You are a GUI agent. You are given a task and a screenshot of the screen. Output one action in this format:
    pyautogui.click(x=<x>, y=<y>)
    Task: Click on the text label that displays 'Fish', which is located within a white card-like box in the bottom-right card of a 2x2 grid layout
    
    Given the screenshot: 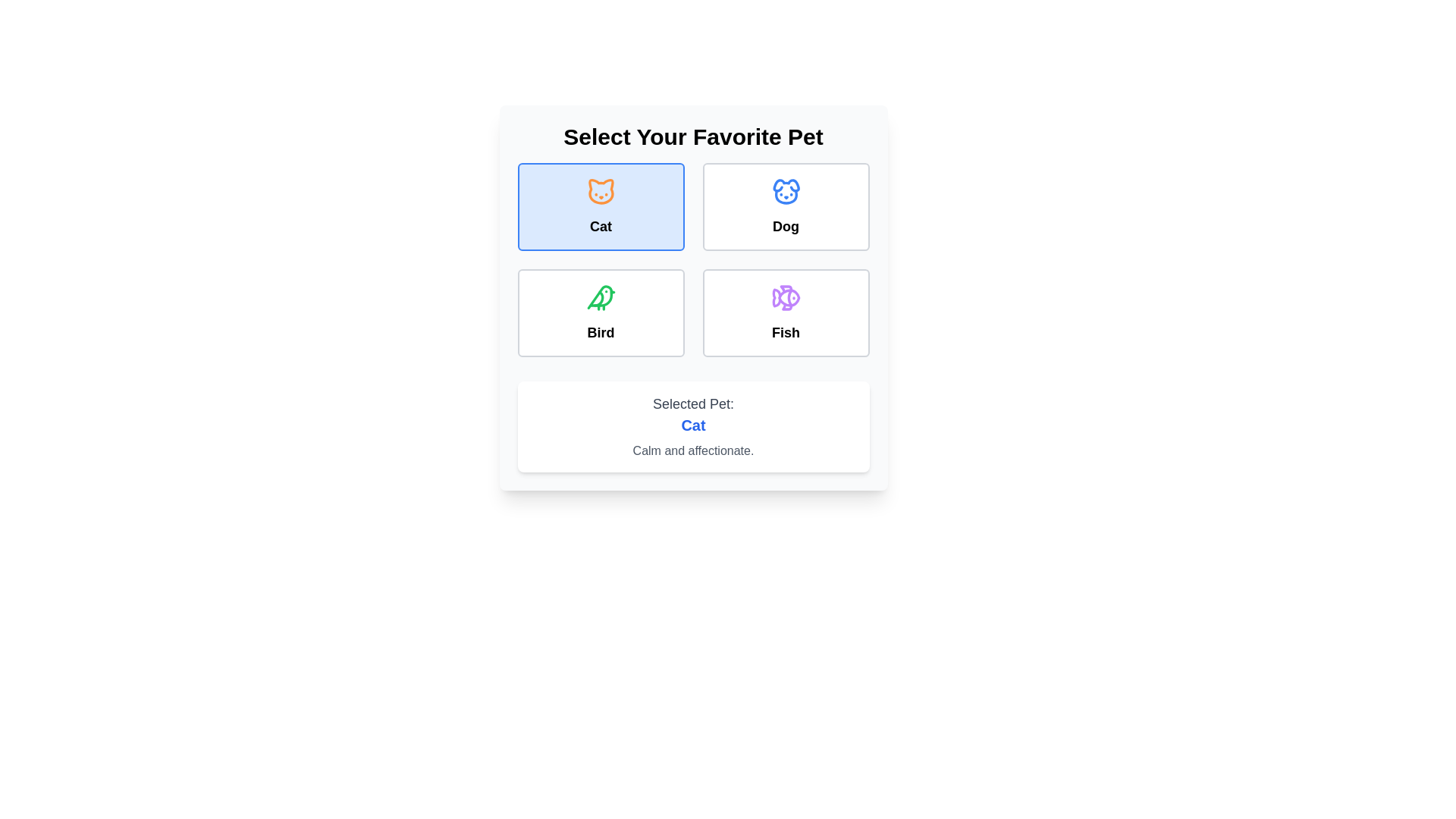 What is the action you would take?
    pyautogui.click(x=786, y=332)
    